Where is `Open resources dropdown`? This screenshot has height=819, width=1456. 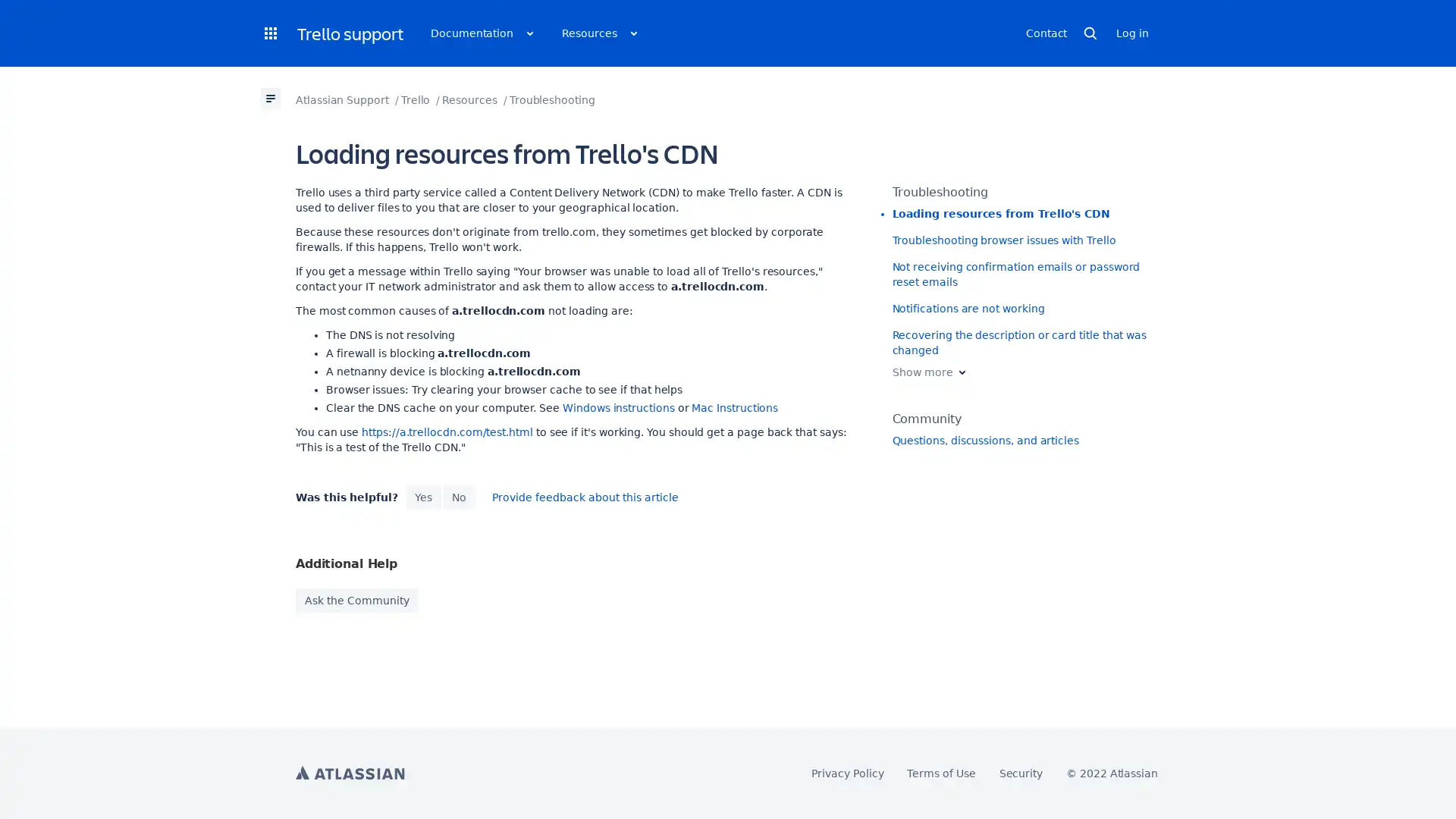
Open resources dropdown is located at coordinates (597, 33).